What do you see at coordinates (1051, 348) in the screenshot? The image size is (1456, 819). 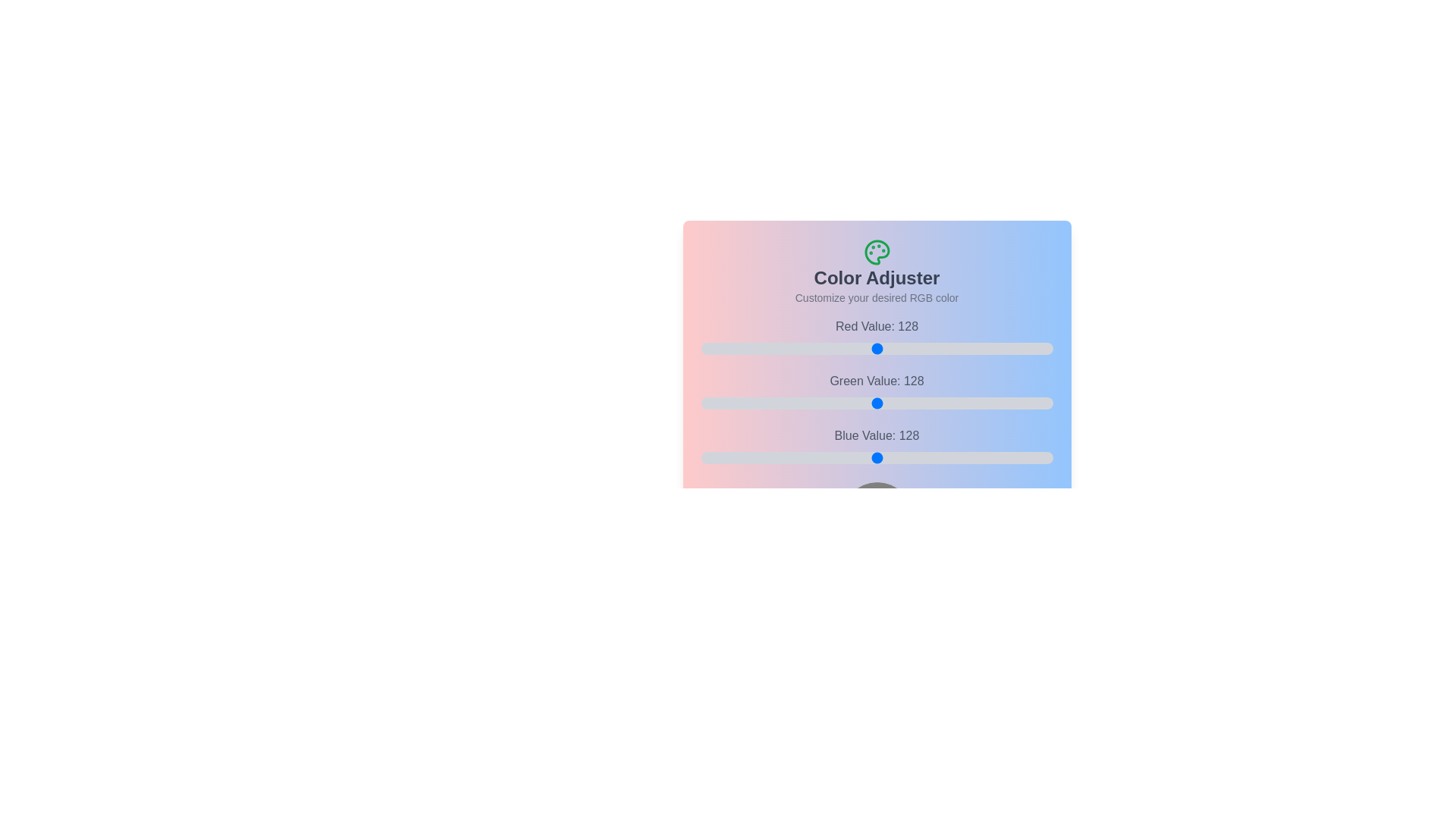 I see `the 0 slider to 254` at bounding box center [1051, 348].